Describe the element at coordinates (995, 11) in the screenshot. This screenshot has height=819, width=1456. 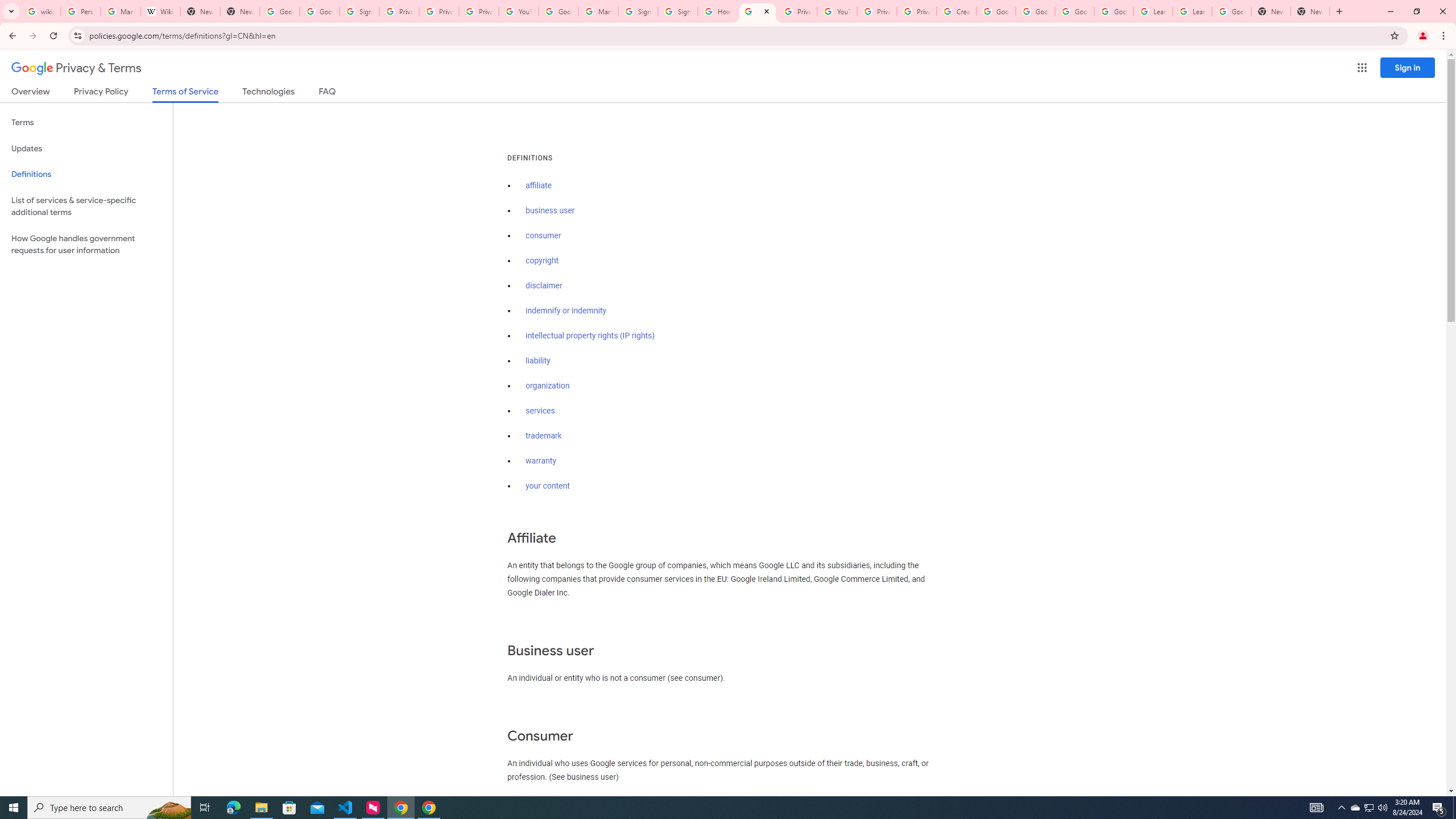
I see `'Google Account Help'` at that location.